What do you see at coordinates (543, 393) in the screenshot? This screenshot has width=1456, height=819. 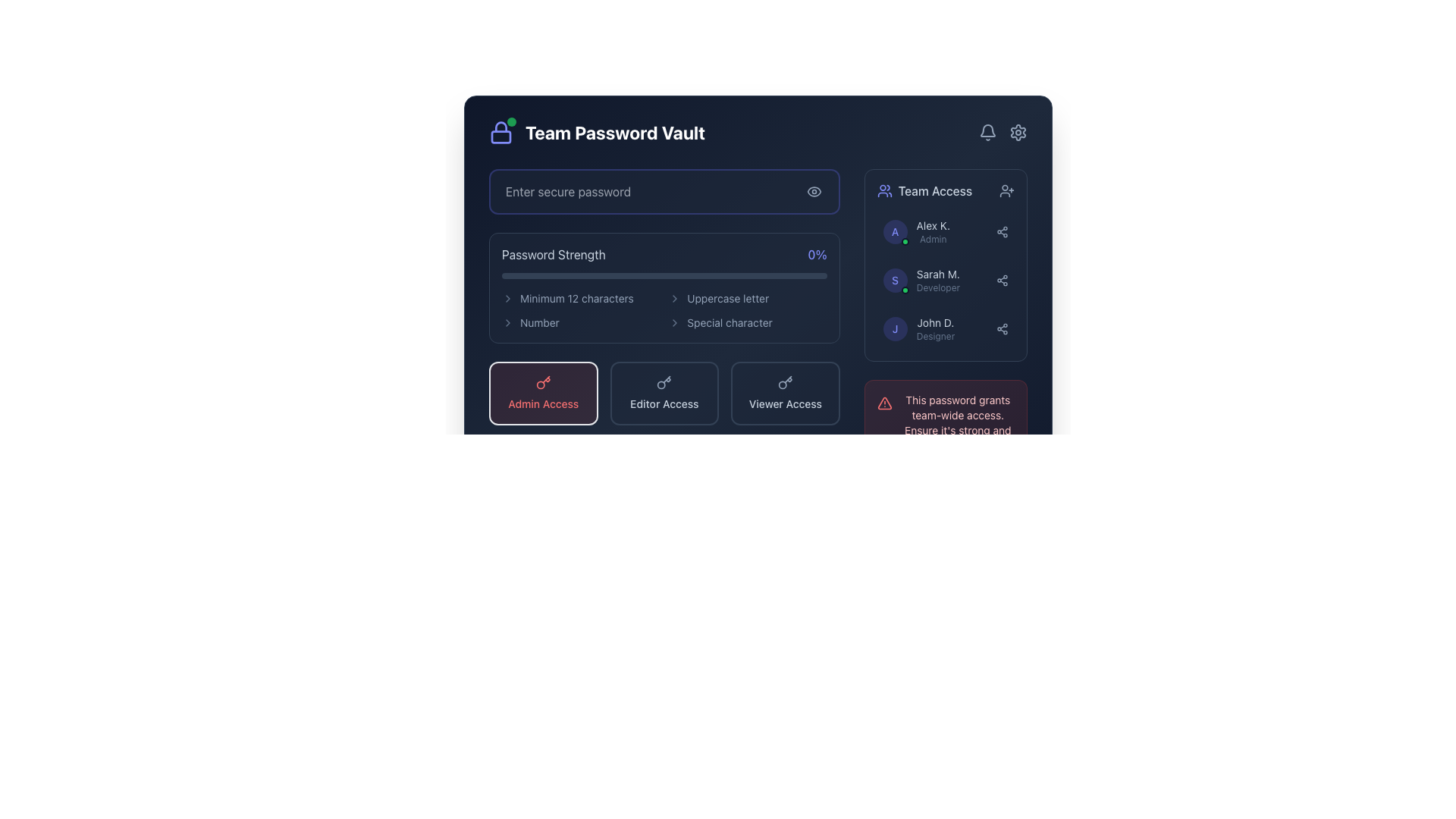 I see `the 'Admin Access' button located in the bottom-left corner of the access level options` at bounding box center [543, 393].